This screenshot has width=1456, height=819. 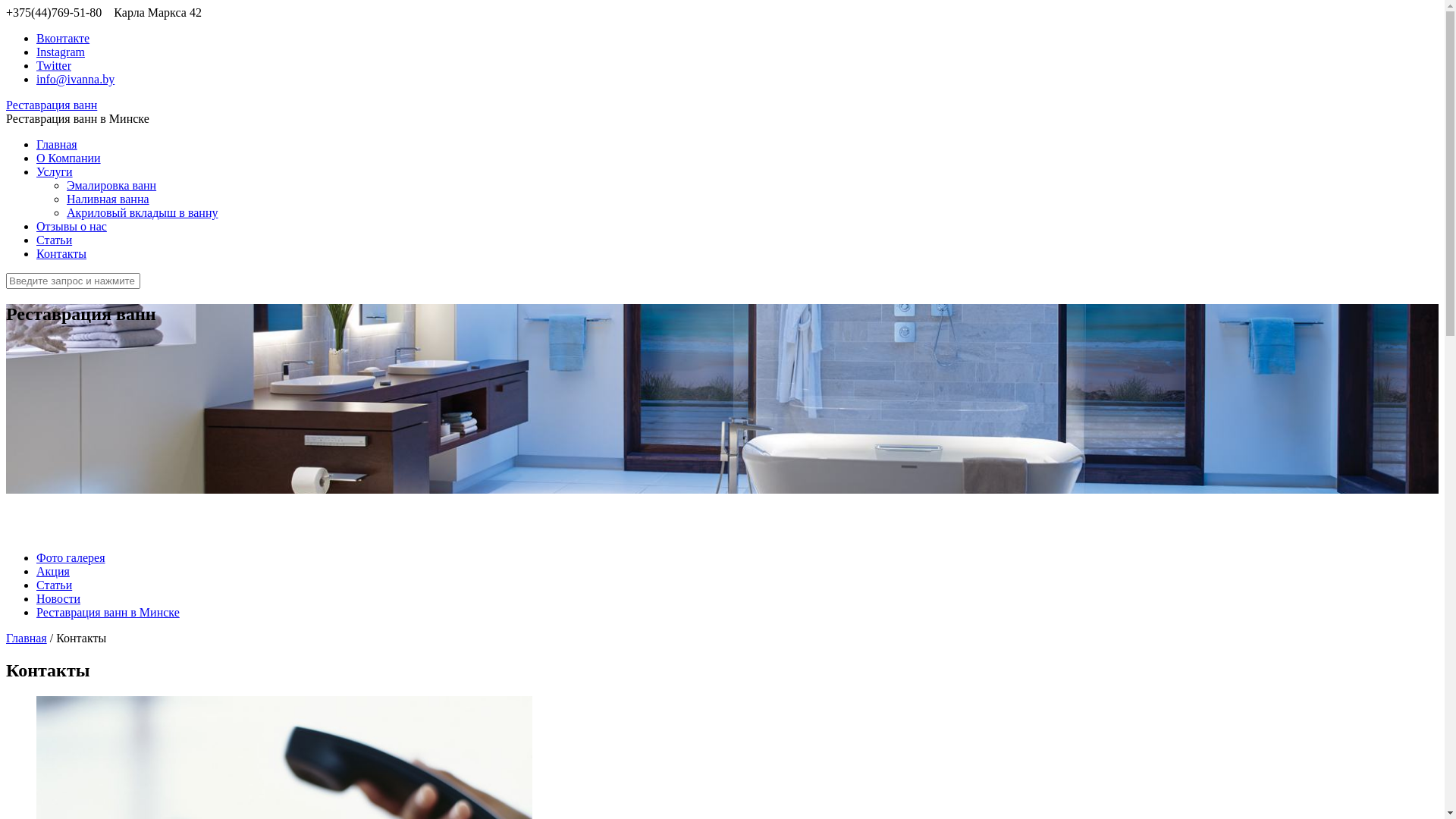 What do you see at coordinates (54, 64) in the screenshot?
I see `'Twitter'` at bounding box center [54, 64].